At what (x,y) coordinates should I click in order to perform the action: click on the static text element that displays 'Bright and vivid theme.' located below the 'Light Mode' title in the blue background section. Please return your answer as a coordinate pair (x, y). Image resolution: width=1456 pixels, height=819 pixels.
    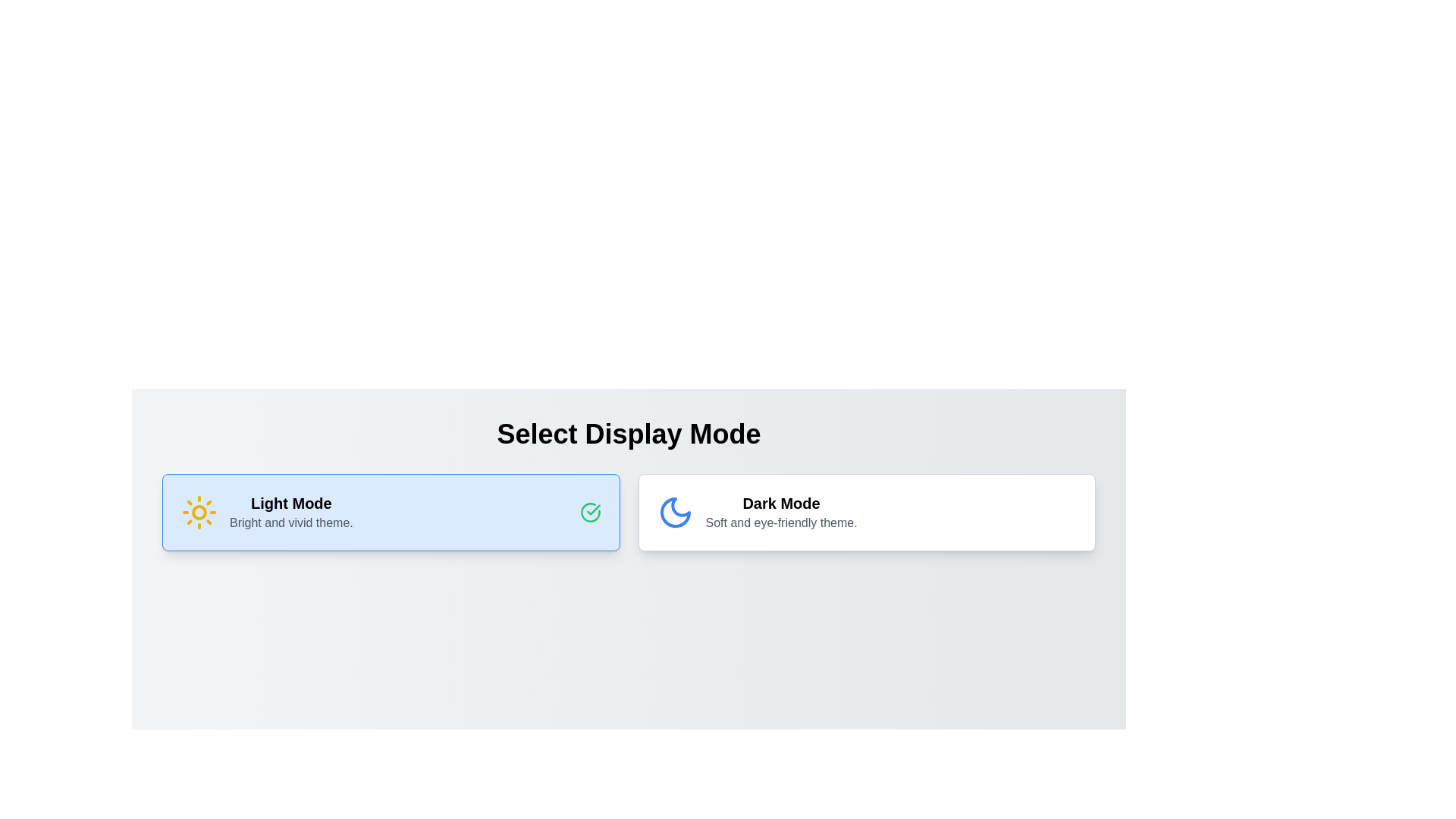
    Looking at the image, I should click on (291, 522).